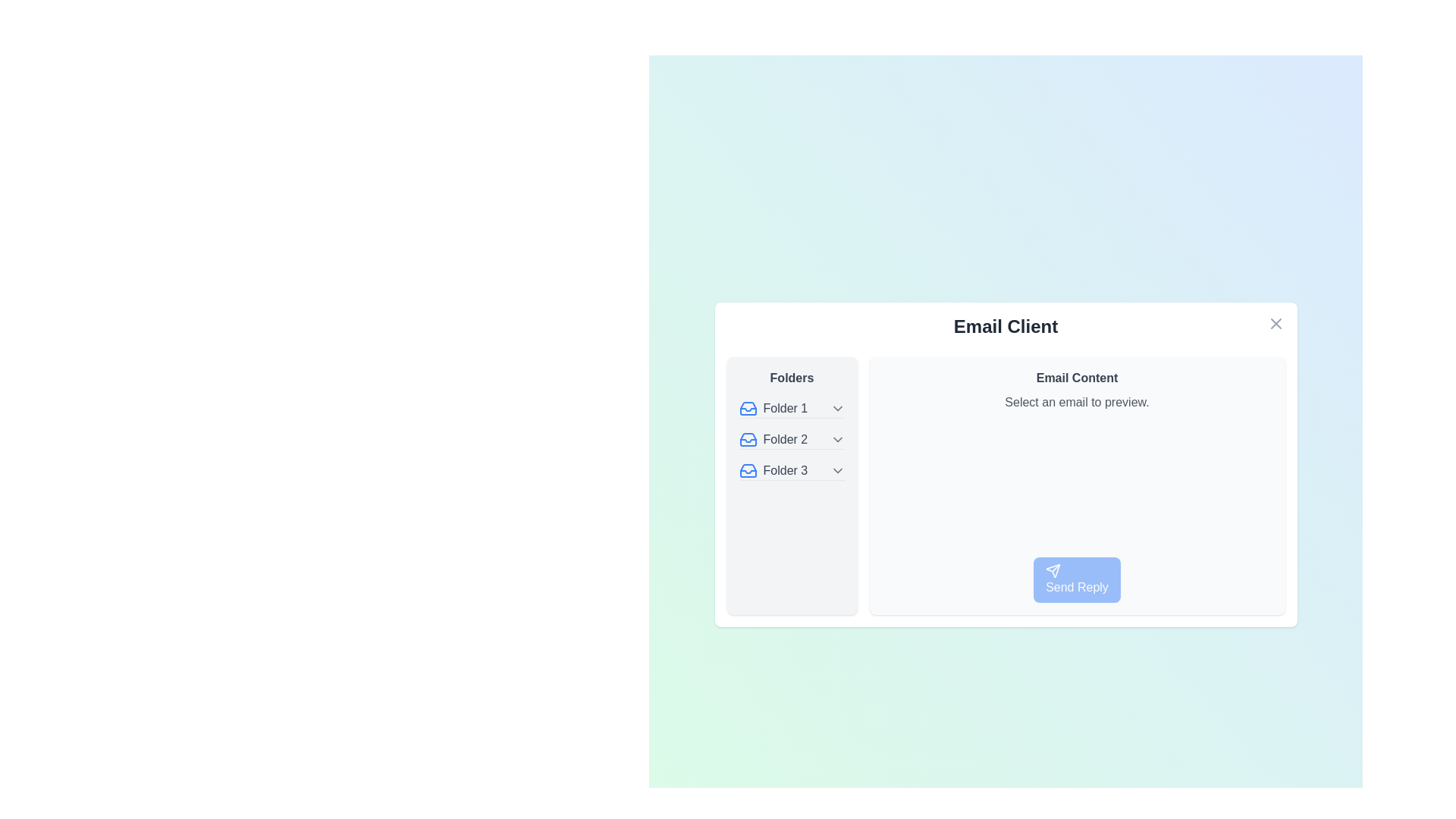  I want to click on the 'Email Client' label text positioned at the top-center of the dialog interface, below the close button, so click(1006, 326).